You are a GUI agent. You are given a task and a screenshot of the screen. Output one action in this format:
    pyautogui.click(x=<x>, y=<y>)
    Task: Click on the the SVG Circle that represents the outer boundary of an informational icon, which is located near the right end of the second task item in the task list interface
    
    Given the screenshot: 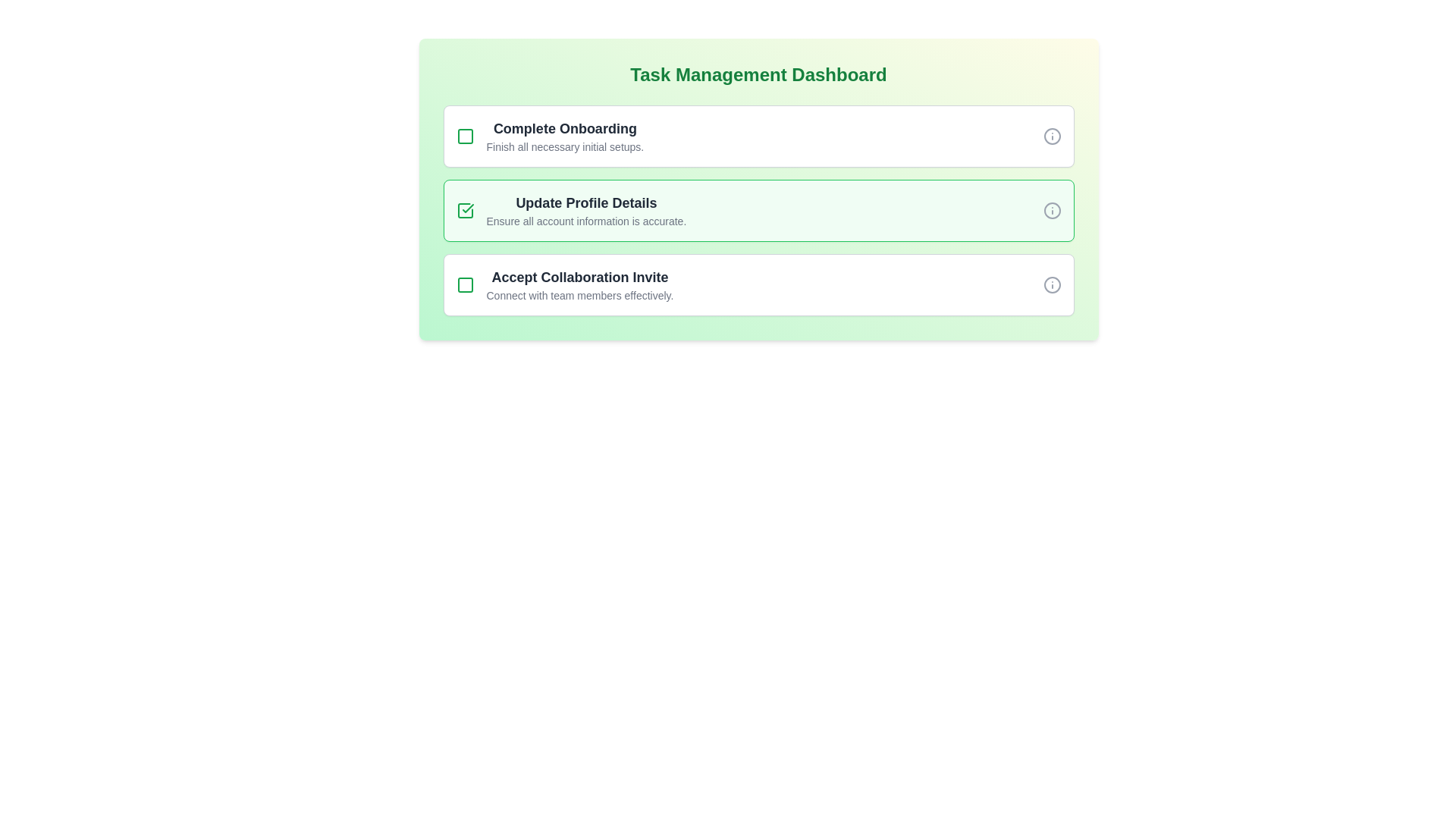 What is the action you would take?
    pyautogui.click(x=1051, y=136)
    